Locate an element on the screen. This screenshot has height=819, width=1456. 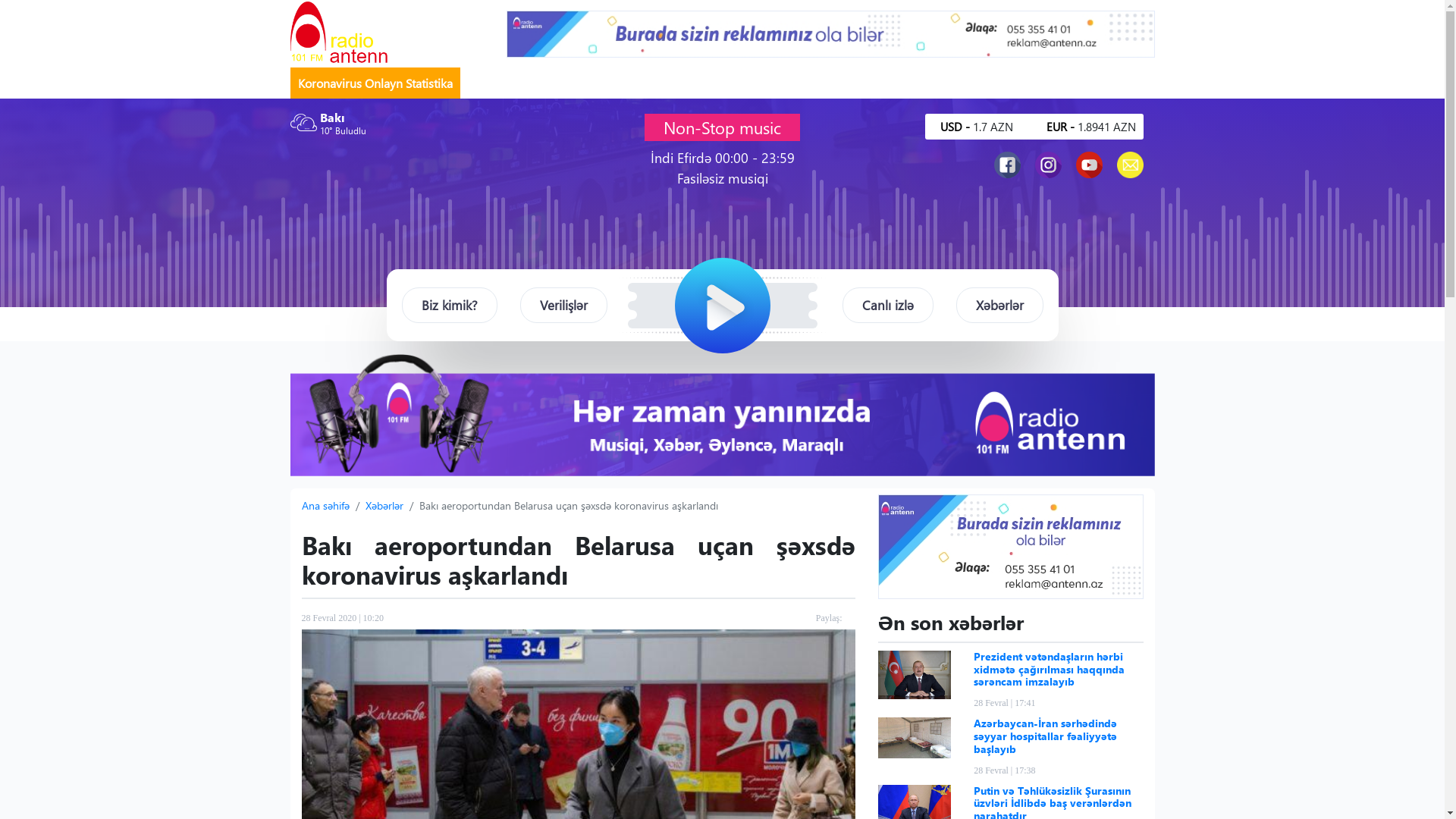
'Biz kimik?' is located at coordinates (449, 305).